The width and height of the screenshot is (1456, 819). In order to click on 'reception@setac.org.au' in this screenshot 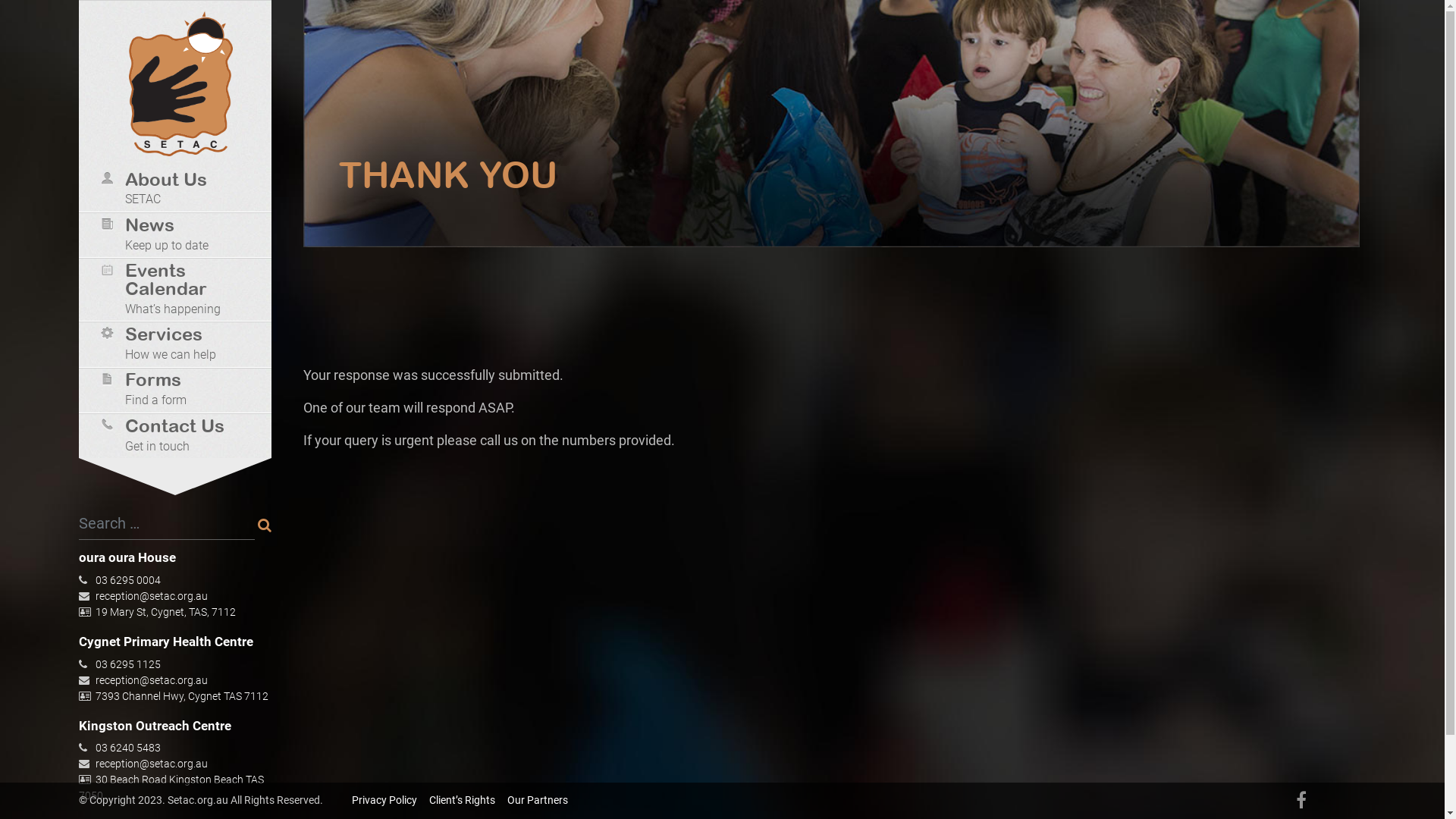, I will do `click(152, 595)`.